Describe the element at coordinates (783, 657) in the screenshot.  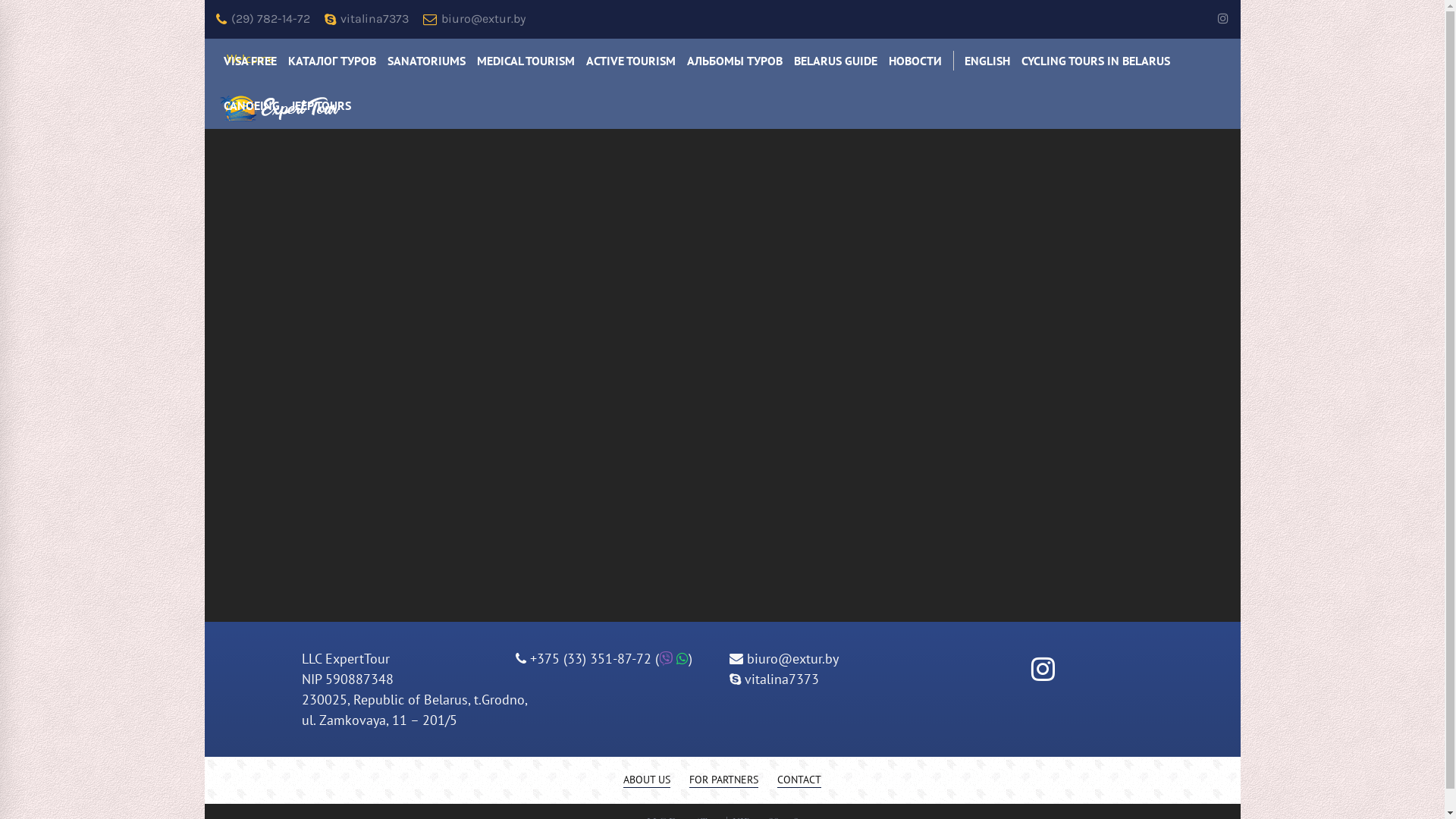
I see `'biuro@extur.by'` at that location.